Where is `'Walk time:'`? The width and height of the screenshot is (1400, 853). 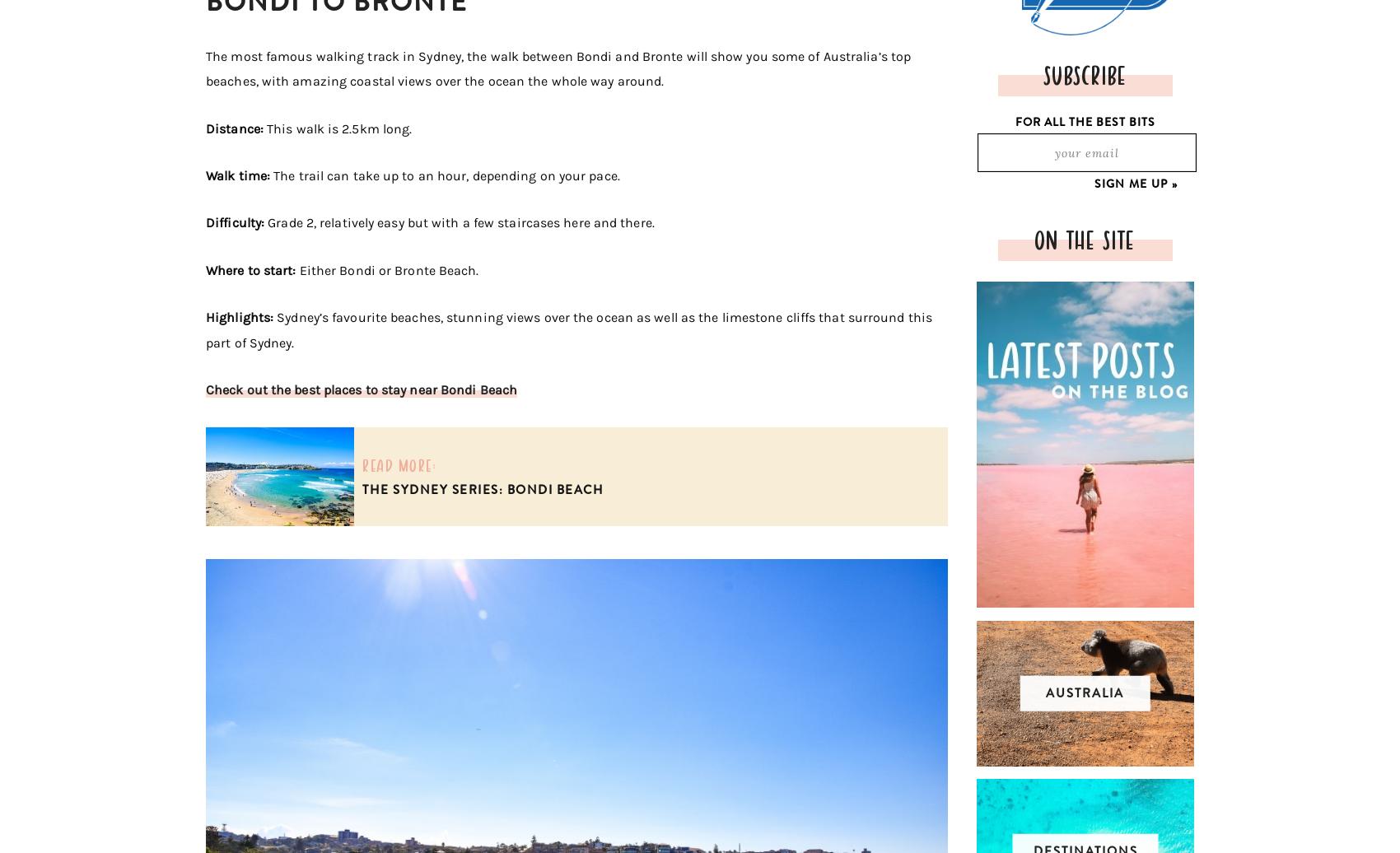
'Walk time:' is located at coordinates (240, 175).